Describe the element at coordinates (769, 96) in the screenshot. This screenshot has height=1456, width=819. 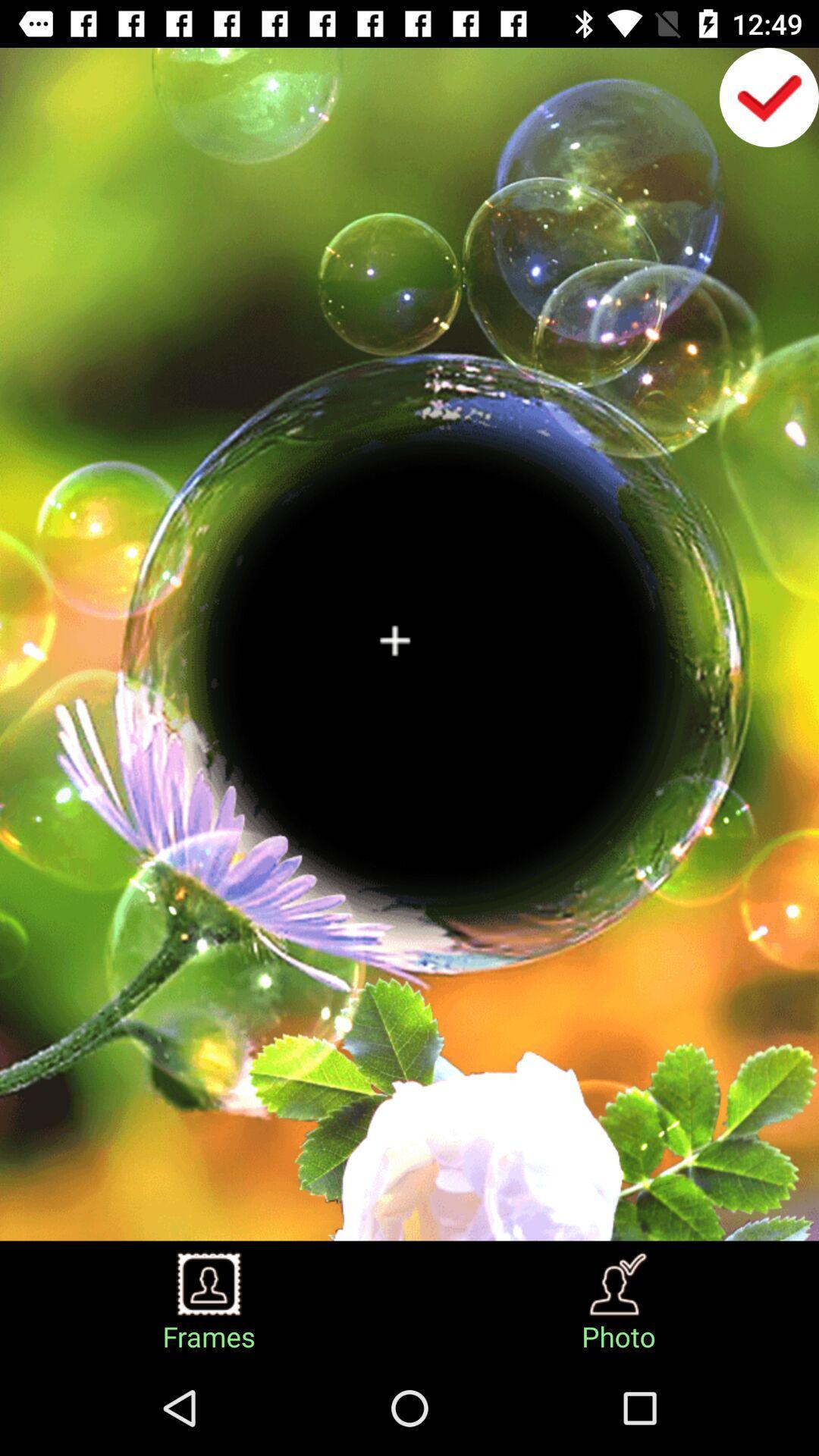
I see `the check icon` at that location.